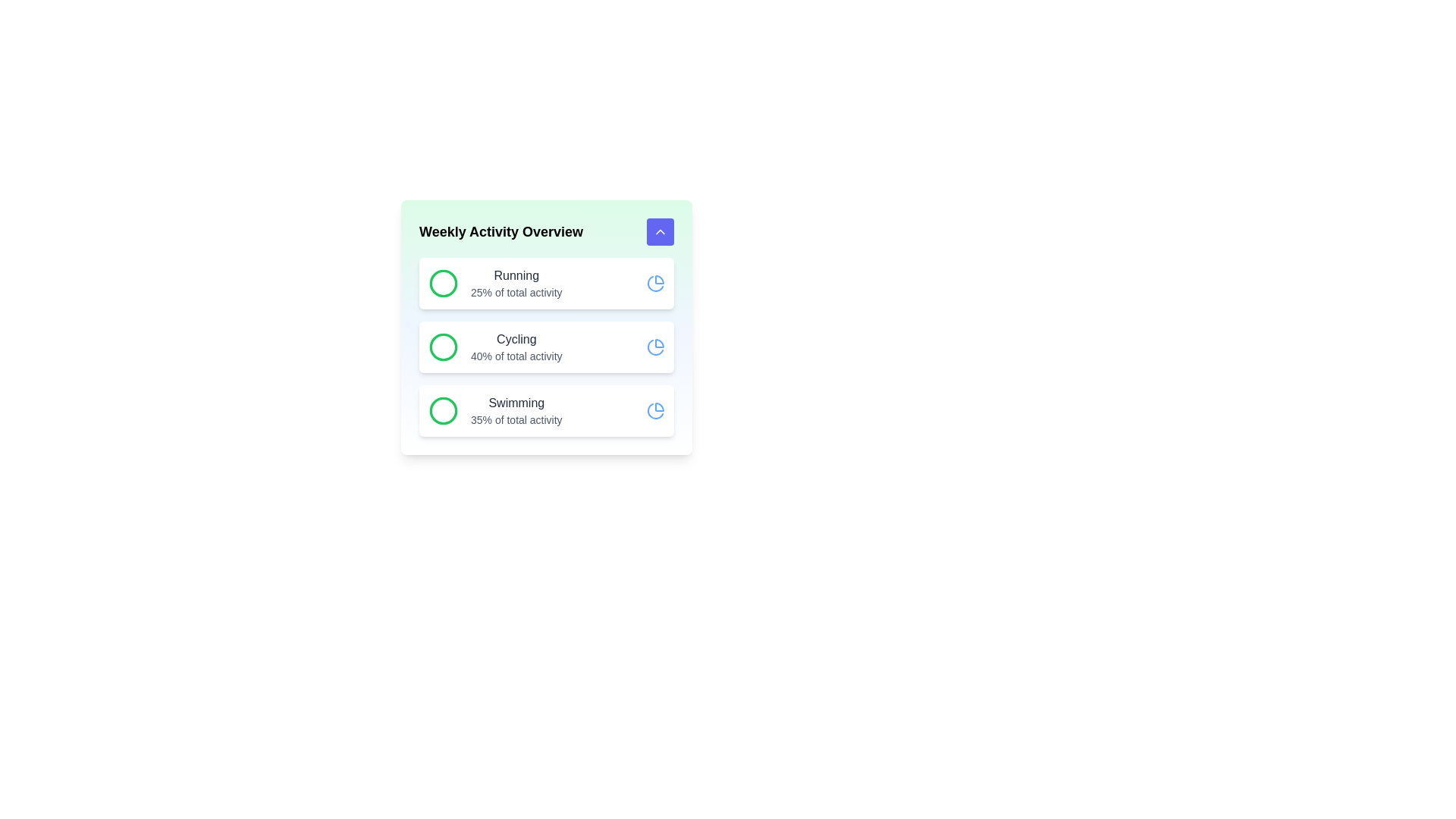 This screenshot has height=819, width=1456. What do you see at coordinates (443, 411) in the screenshot?
I see `the decorative graphic circle associated with the 'Swim' label located in the third activity row, positioned on the left-hand side of its text` at bounding box center [443, 411].